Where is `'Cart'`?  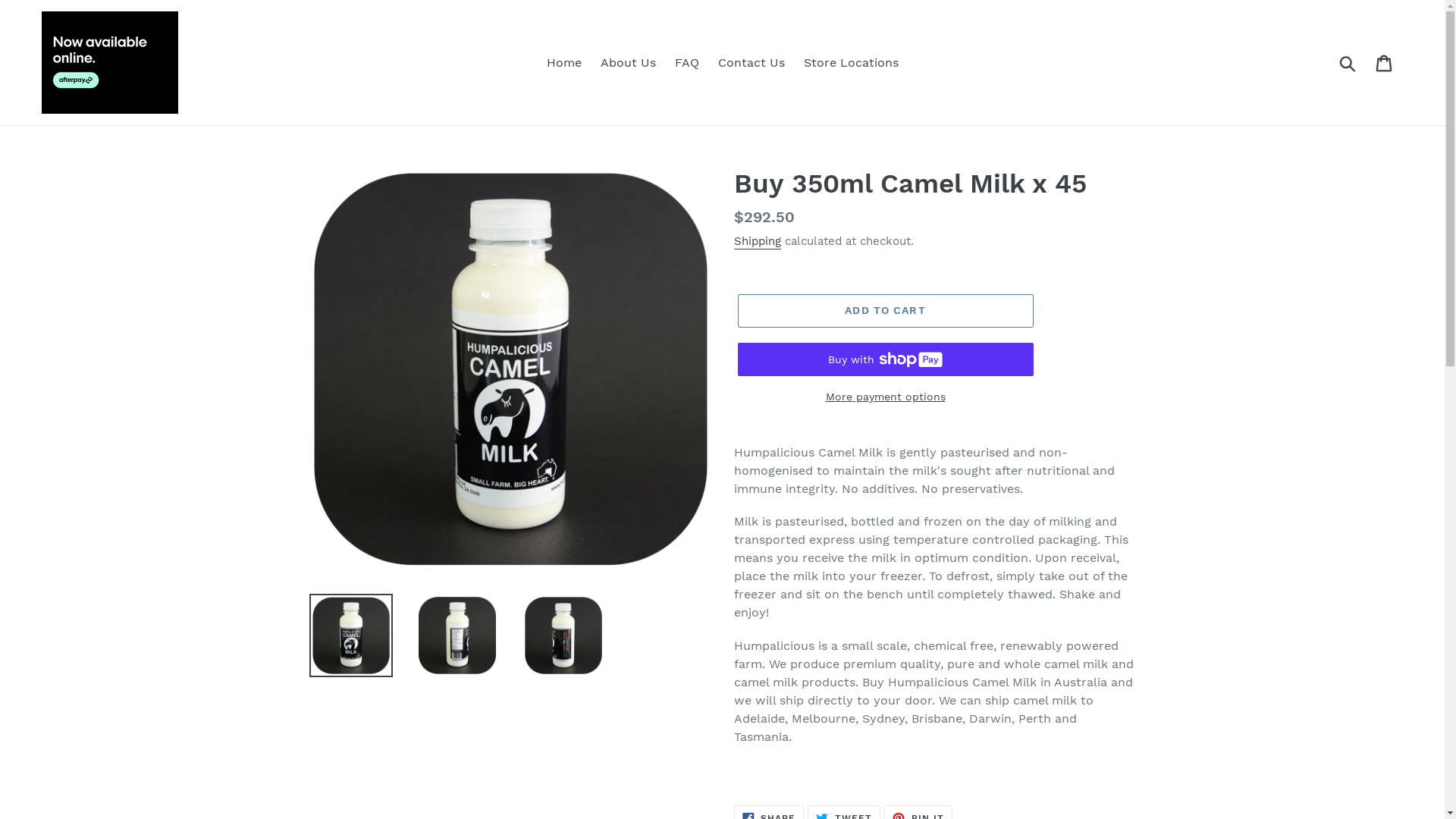
'Cart' is located at coordinates (1385, 61).